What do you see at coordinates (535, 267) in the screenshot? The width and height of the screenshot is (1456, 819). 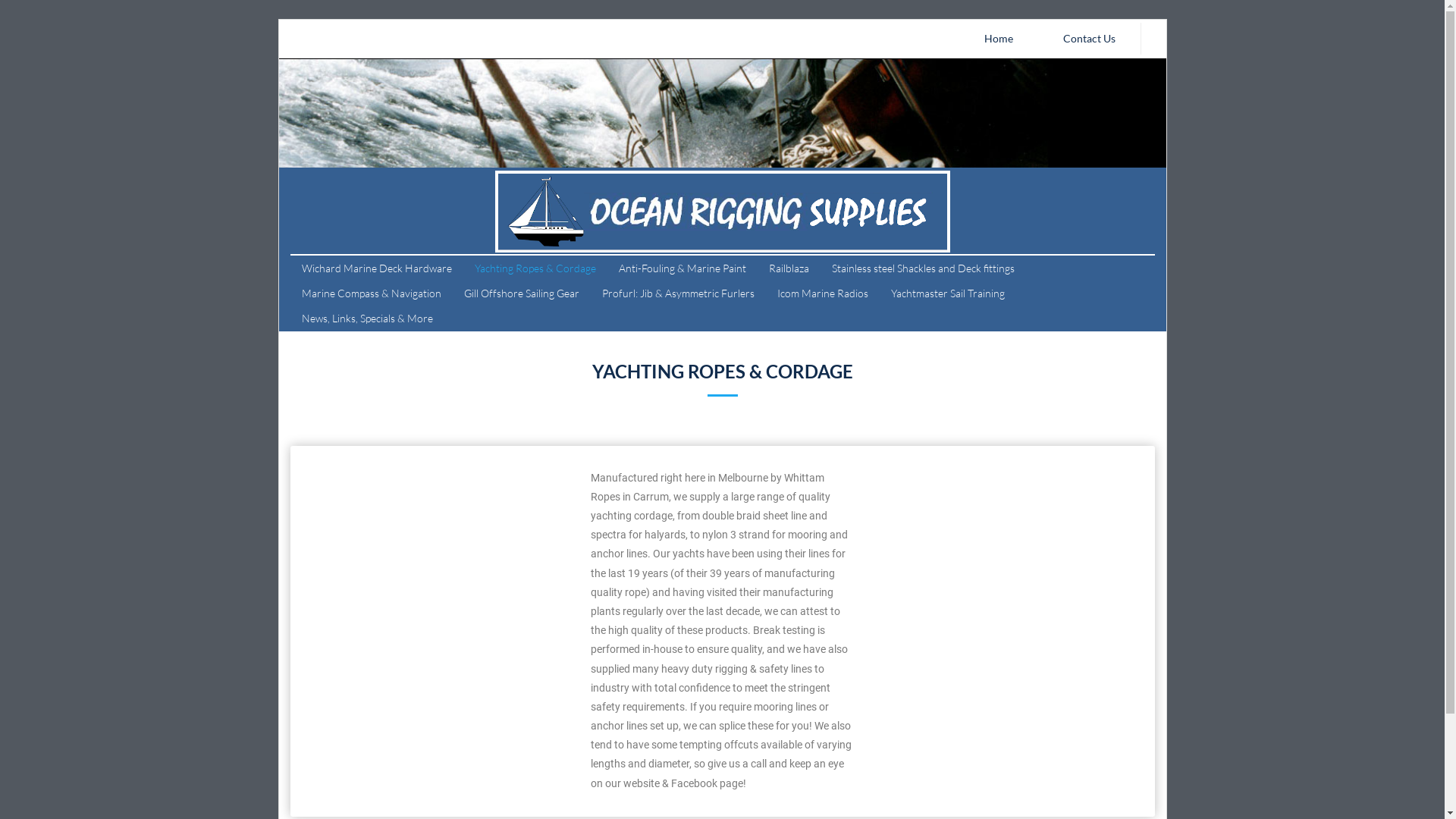 I see `'Yachting Ropes & Cordage'` at bounding box center [535, 267].